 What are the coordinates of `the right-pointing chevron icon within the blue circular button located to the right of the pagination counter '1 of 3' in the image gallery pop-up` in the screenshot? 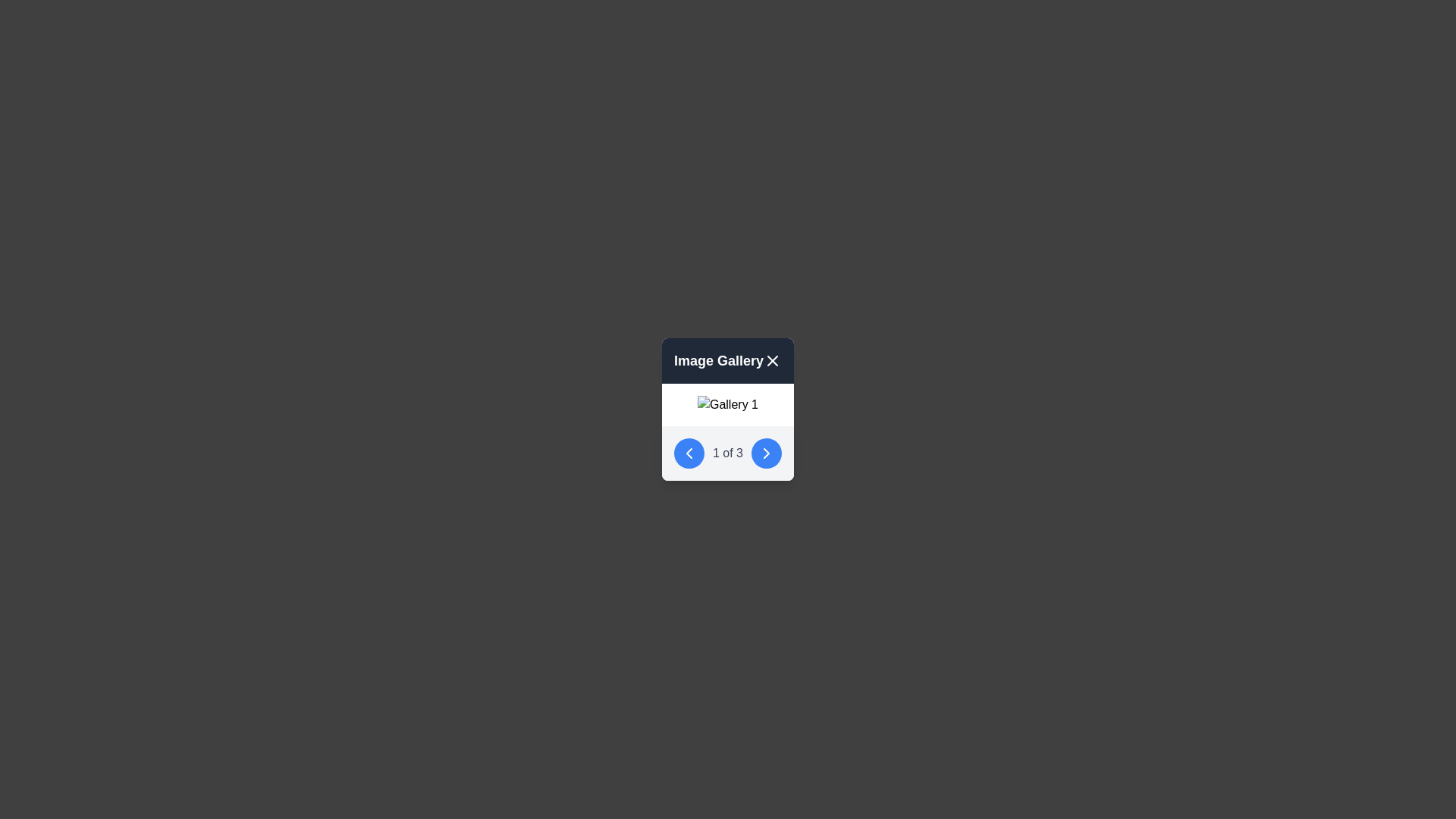 It's located at (767, 452).